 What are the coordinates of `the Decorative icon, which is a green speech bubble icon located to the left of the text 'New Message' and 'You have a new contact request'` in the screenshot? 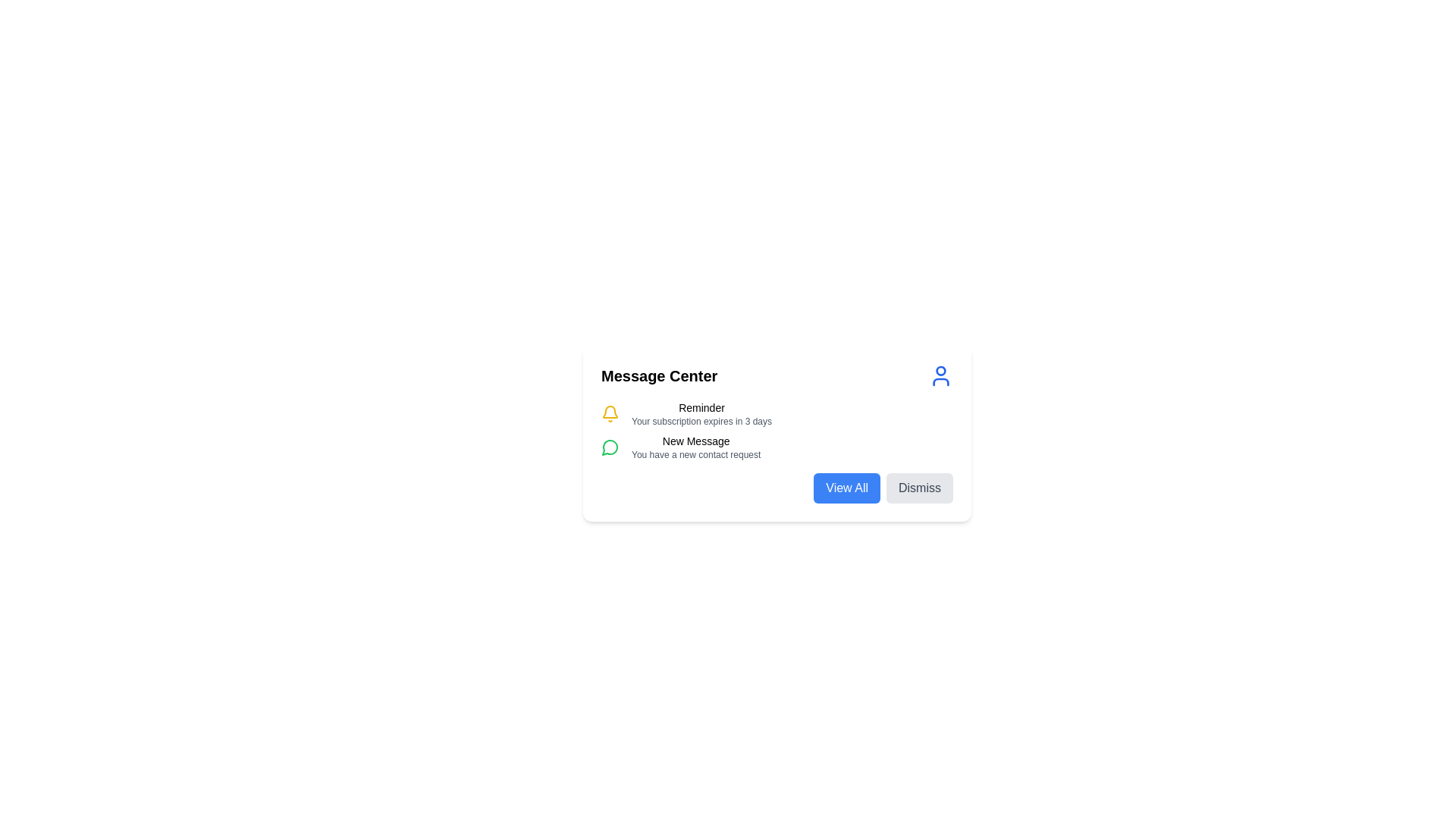 It's located at (610, 447).